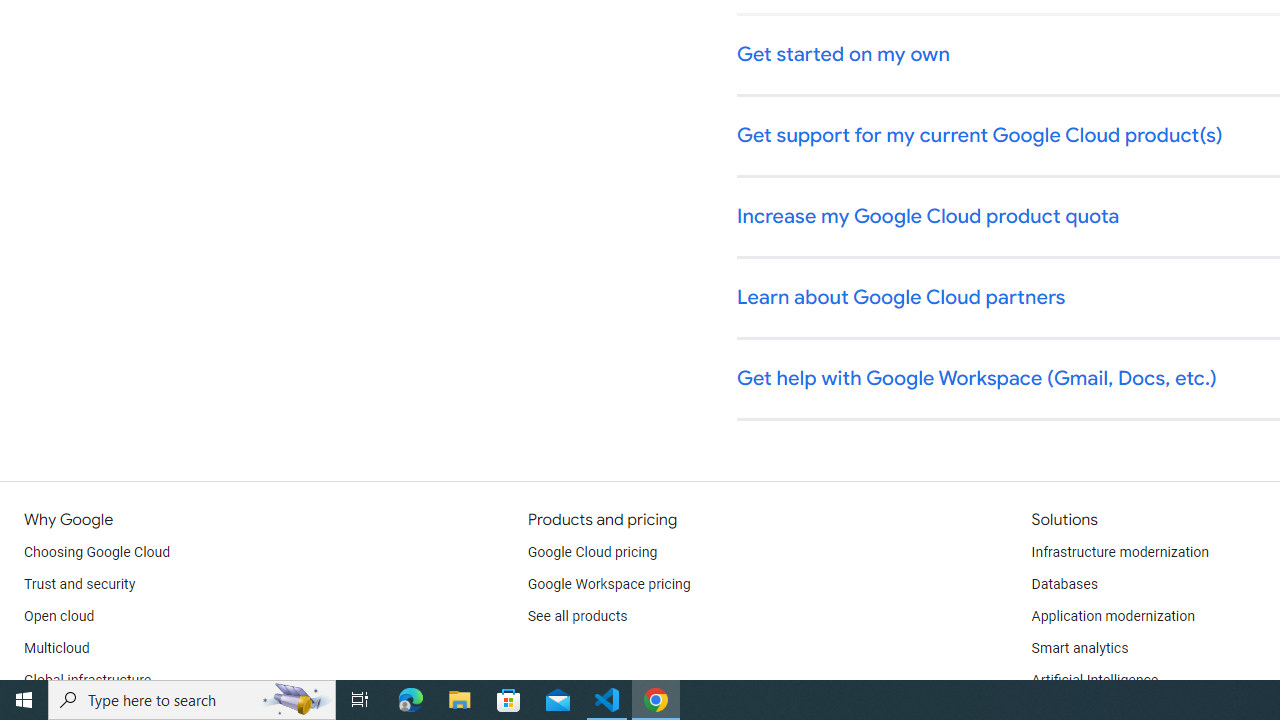 The image size is (1280, 720). I want to click on 'Infrastructure modernization', so click(1120, 552).